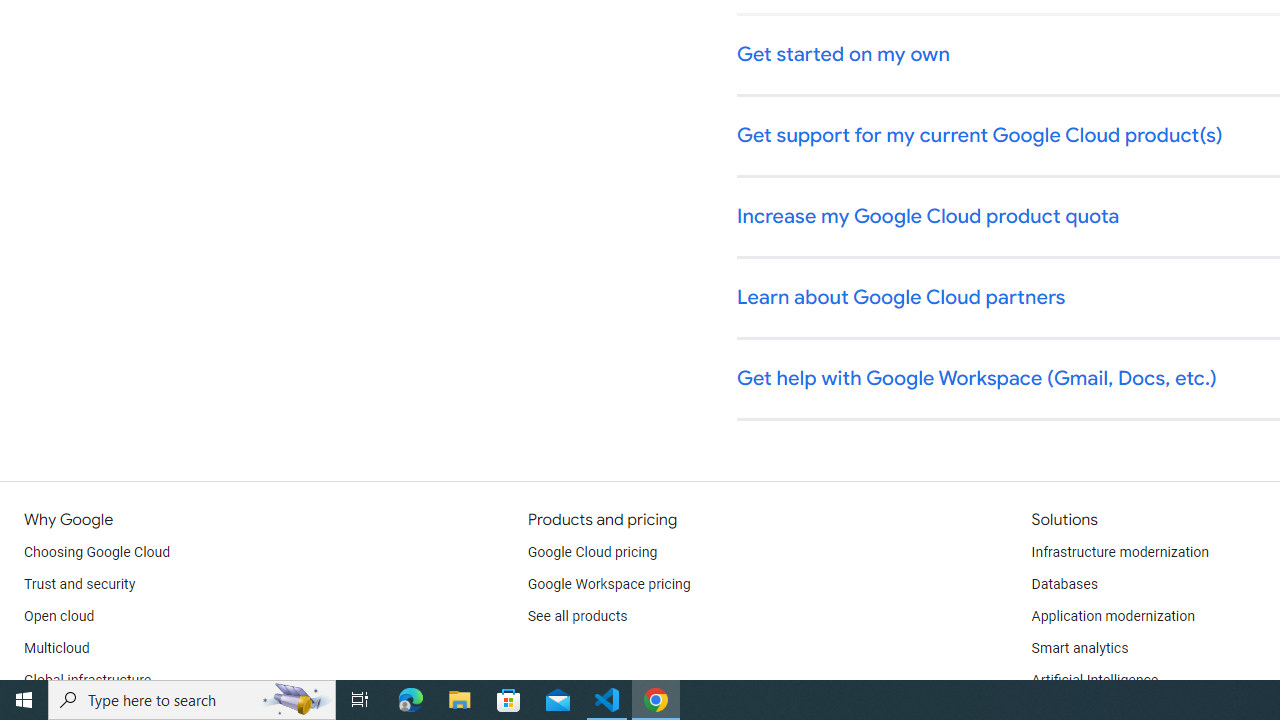 The image size is (1280, 720). I want to click on 'Infrastructure modernization', so click(1120, 552).